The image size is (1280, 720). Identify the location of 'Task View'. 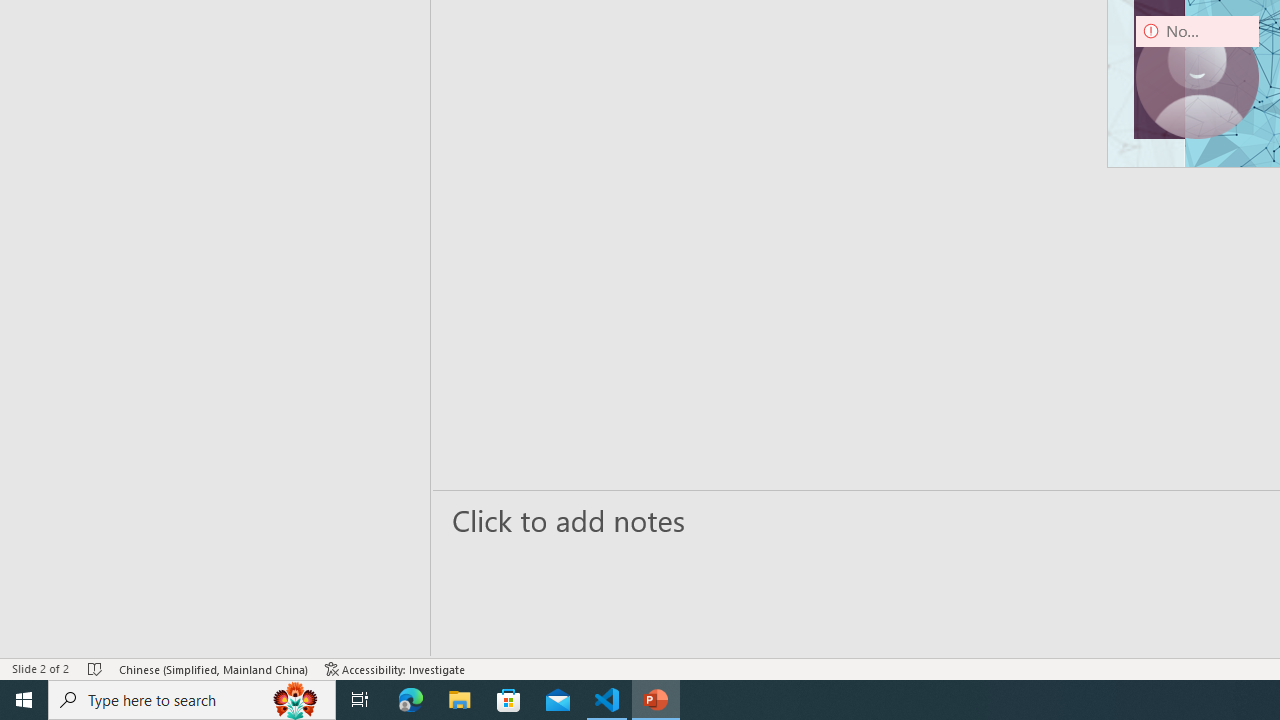
(359, 698).